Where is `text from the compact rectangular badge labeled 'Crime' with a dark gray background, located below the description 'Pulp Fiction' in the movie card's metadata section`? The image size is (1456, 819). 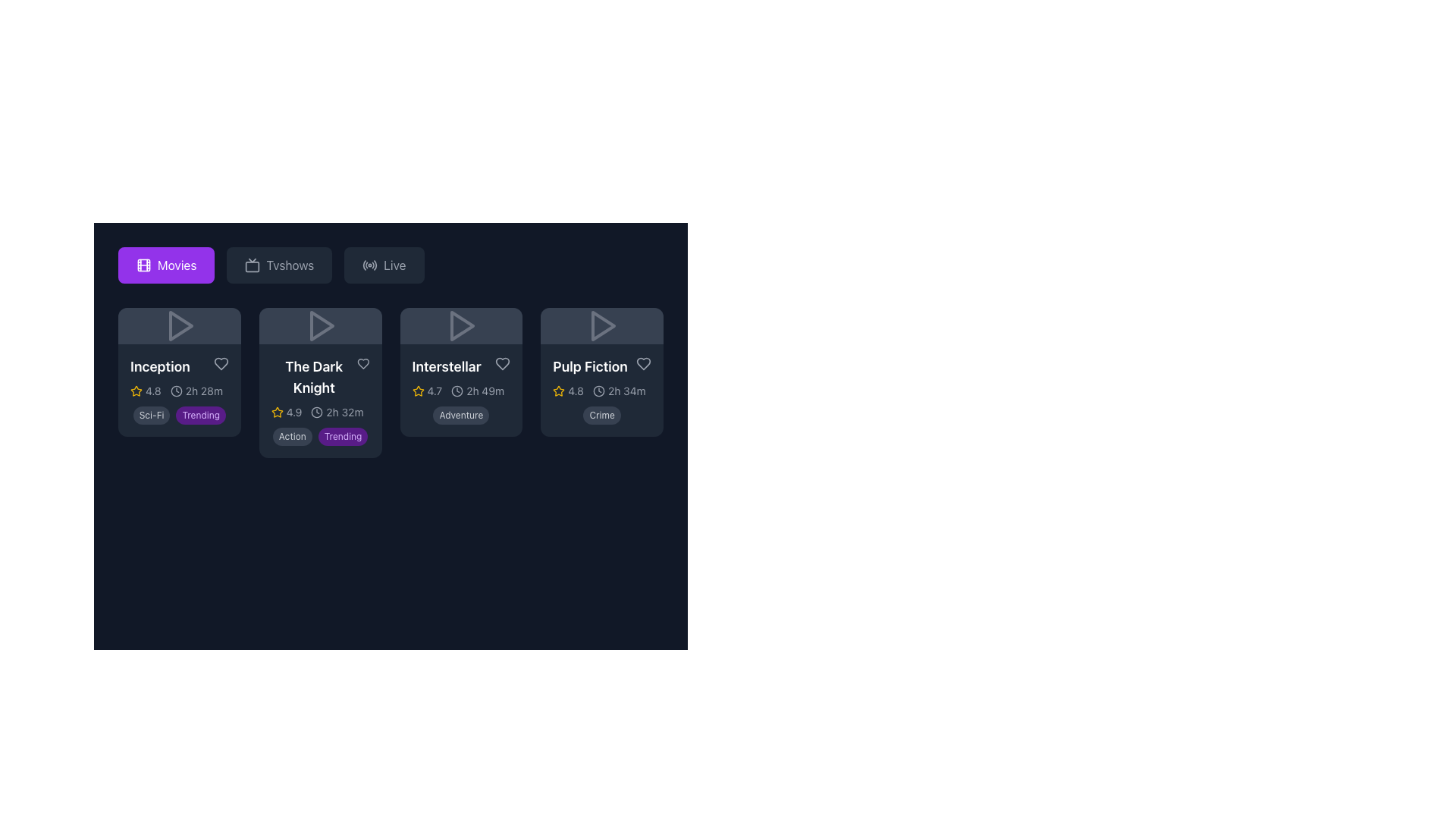 text from the compact rectangular badge labeled 'Crime' with a dark gray background, located below the description 'Pulp Fiction' in the movie card's metadata section is located at coordinates (601, 415).